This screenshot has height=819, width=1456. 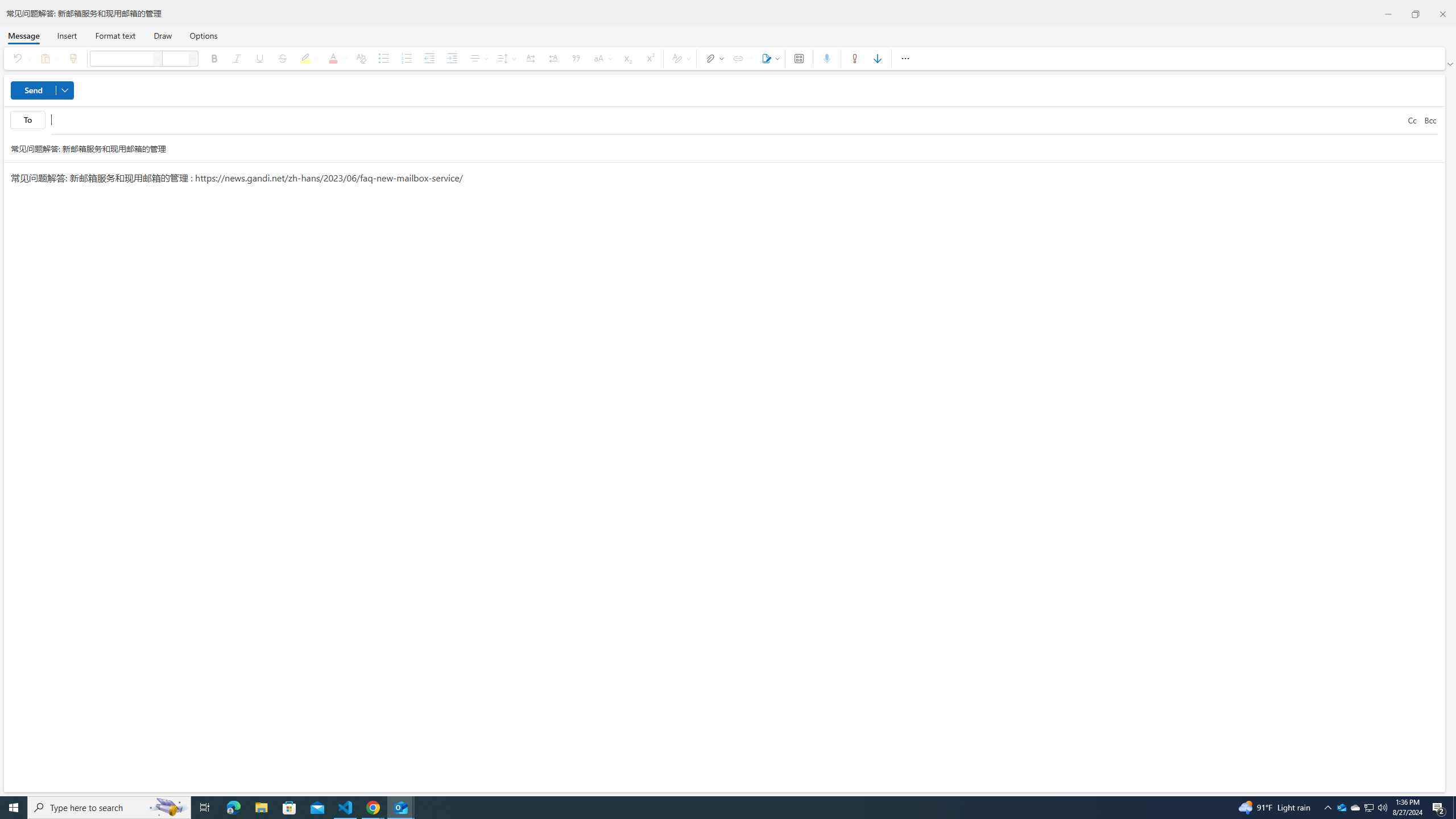 I want to click on 'Left-to-right', so click(x=531, y=58).